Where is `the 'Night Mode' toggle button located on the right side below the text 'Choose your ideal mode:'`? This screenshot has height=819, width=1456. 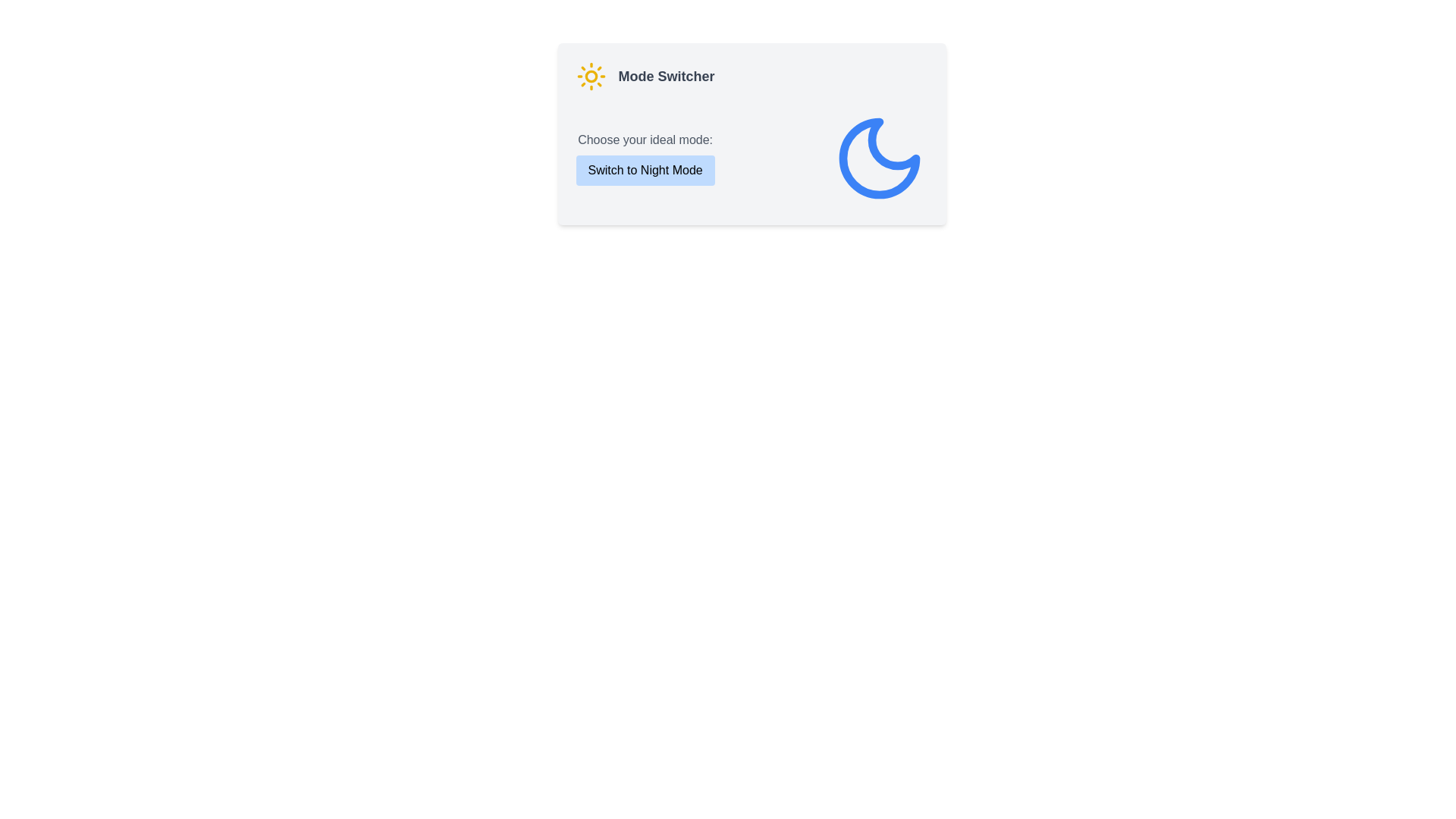
the 'Night Mode' toggle button located on the right side below the text 'Choose your ideal mode:' is located at coordinates (645, 170).